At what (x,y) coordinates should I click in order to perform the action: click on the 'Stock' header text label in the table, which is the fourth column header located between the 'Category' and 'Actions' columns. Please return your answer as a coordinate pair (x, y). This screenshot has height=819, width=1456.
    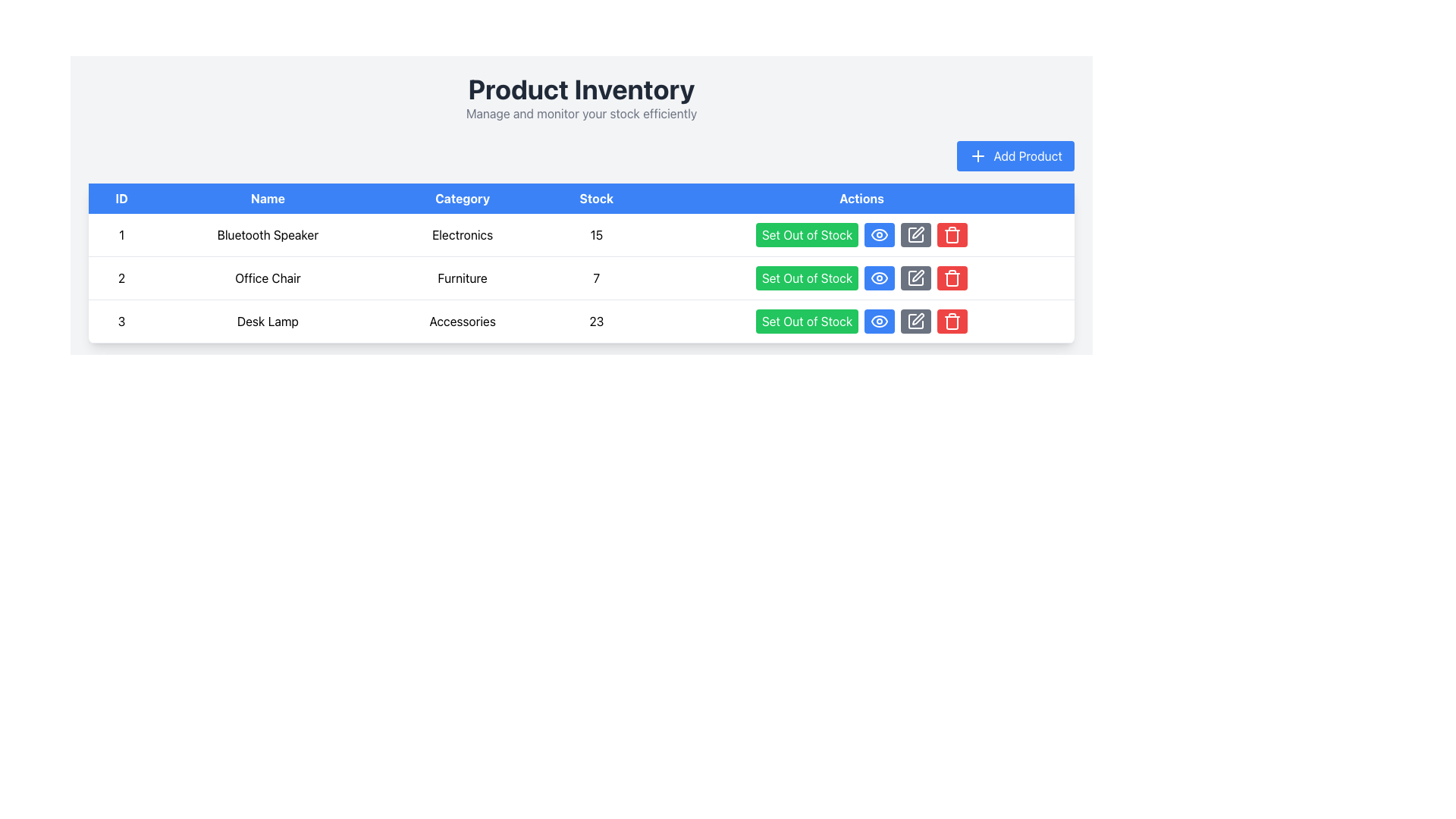
    Looking at the image, I should click on (595, 198).